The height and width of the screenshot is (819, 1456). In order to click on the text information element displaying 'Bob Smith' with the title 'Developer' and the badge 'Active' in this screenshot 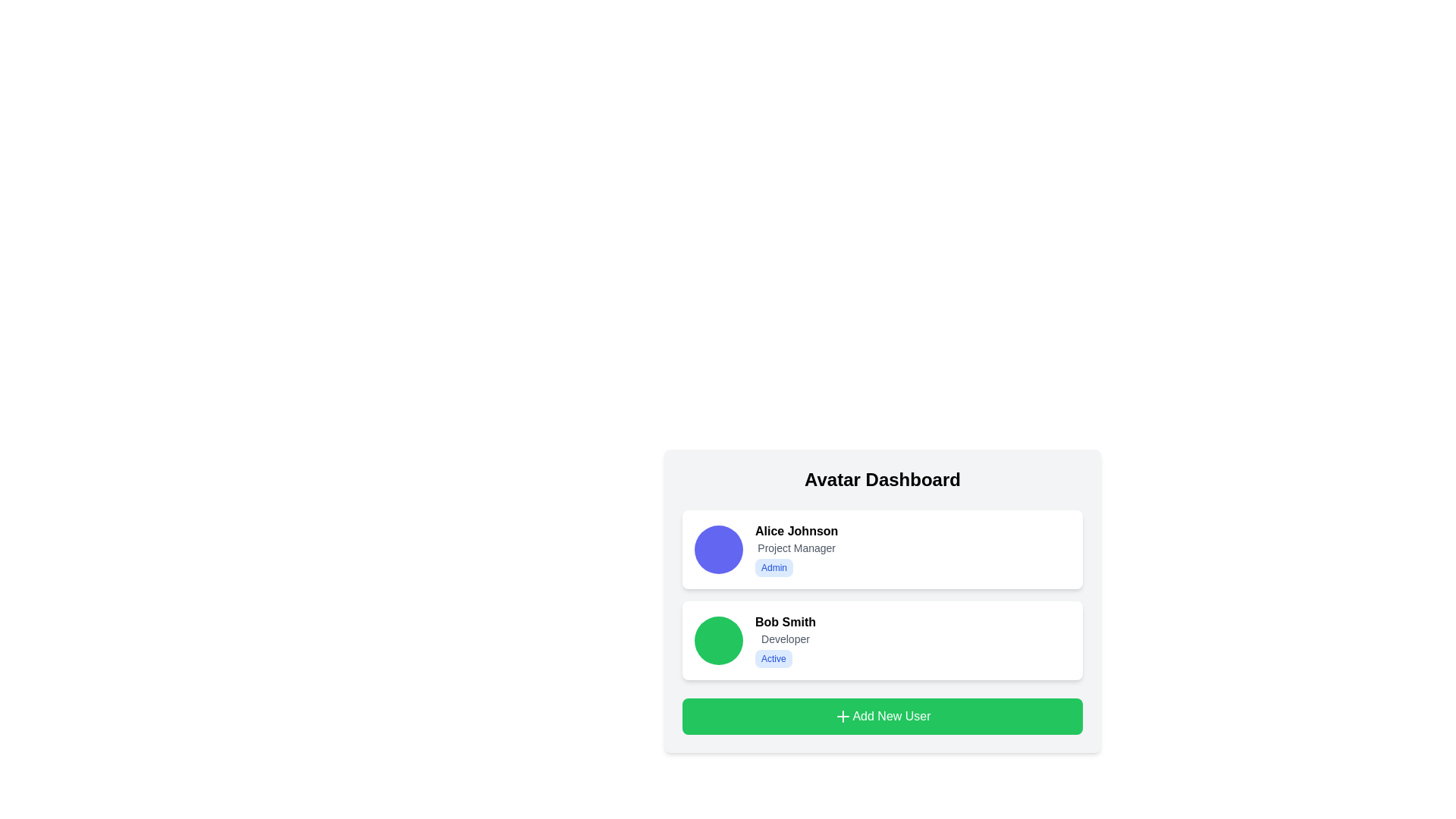, I will do `click(786, 640)`.